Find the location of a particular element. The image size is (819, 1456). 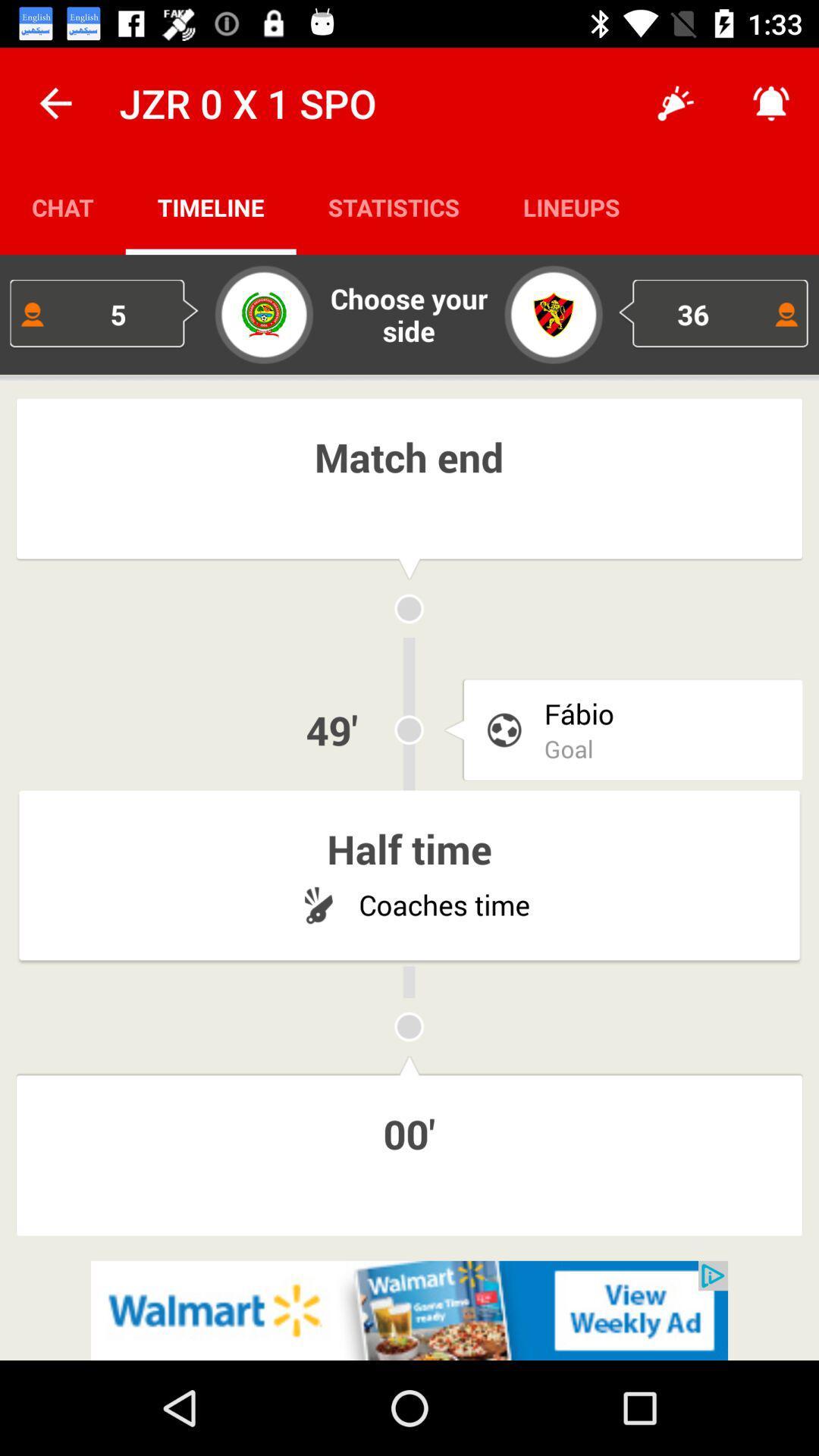

advertisement display is located at coordinates (409, 1310).